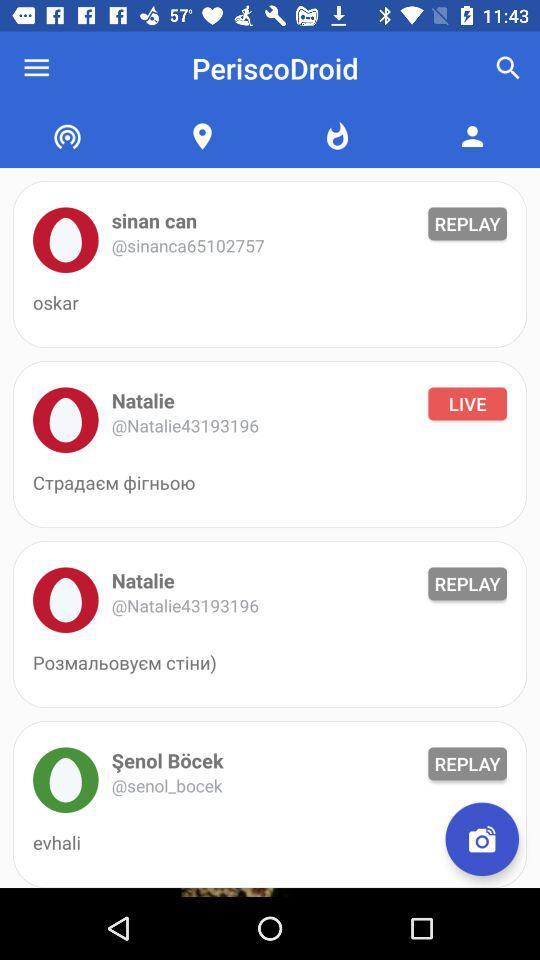  What do you see at coordinates (65, 240) in the screenshot?
I see `sinan can profile picture` at bounding box center [65, 240].